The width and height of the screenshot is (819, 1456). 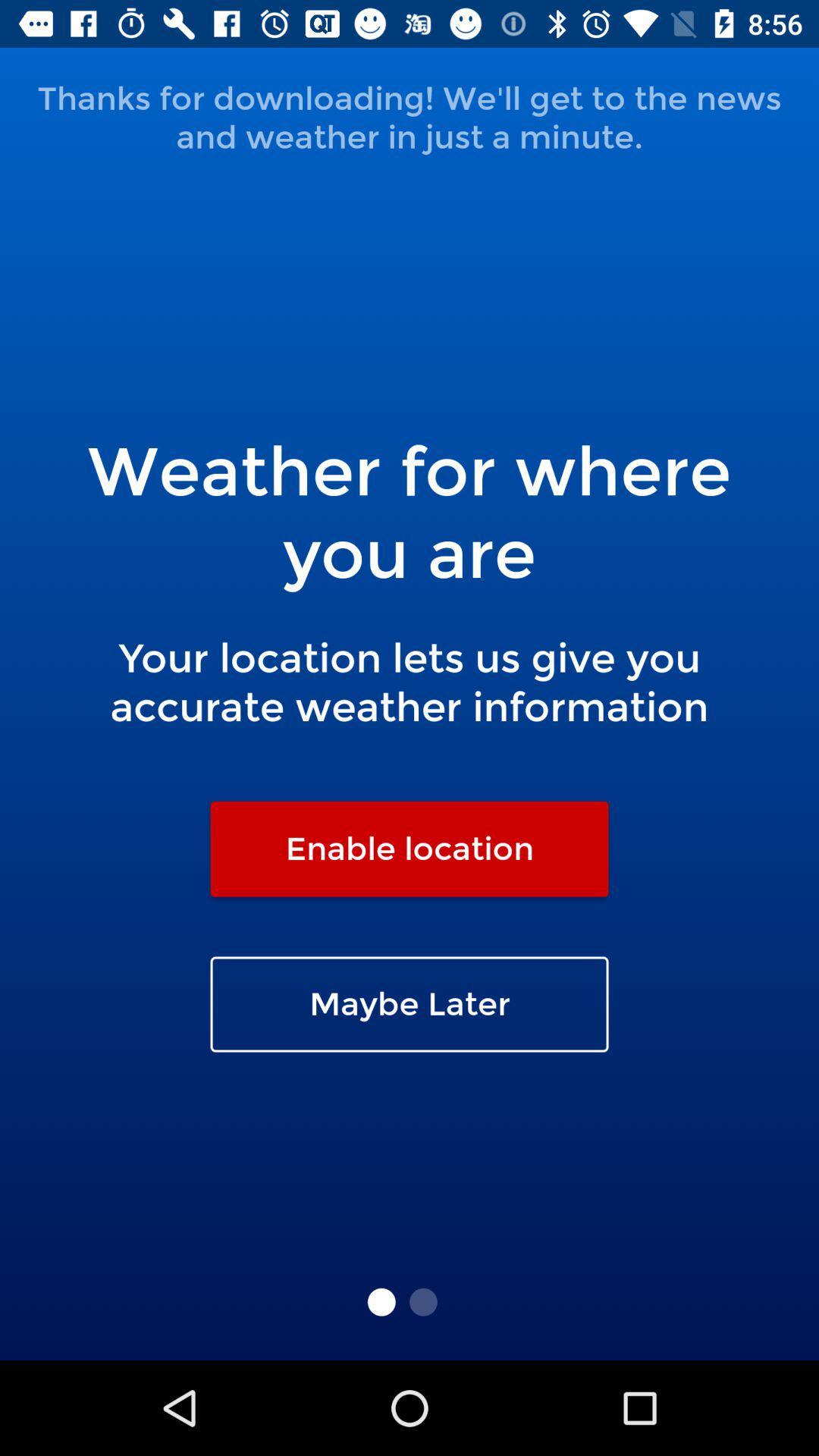 What do you see at coordinates (409, 848) in the screenshot?
I see `the enable location item` at bounding box center [409, 848].